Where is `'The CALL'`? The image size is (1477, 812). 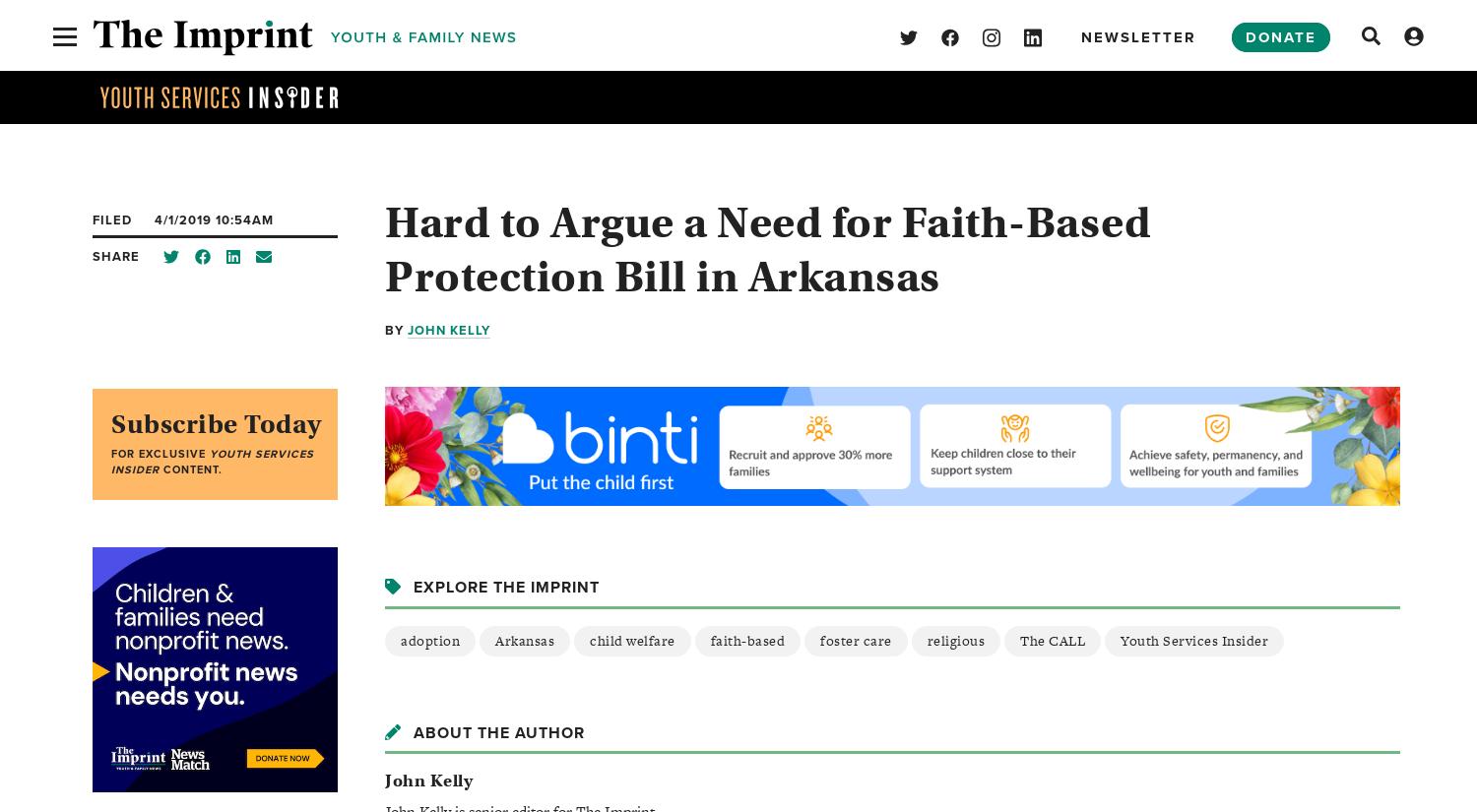
'The CALL' is located at coordinates (1052, 640).